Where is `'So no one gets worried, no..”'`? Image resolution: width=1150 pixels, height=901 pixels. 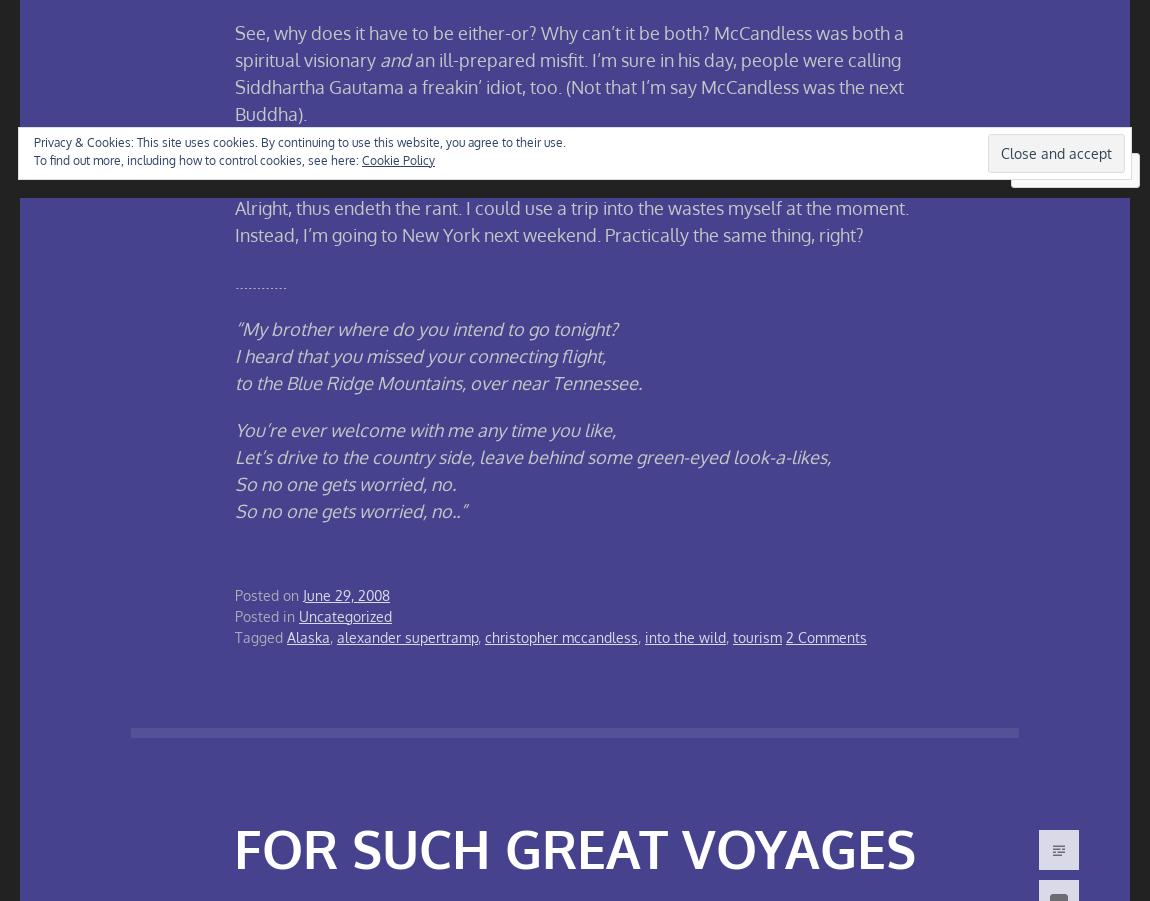 'So no one gets worried, no..”' is located at coordinates (350, 509).